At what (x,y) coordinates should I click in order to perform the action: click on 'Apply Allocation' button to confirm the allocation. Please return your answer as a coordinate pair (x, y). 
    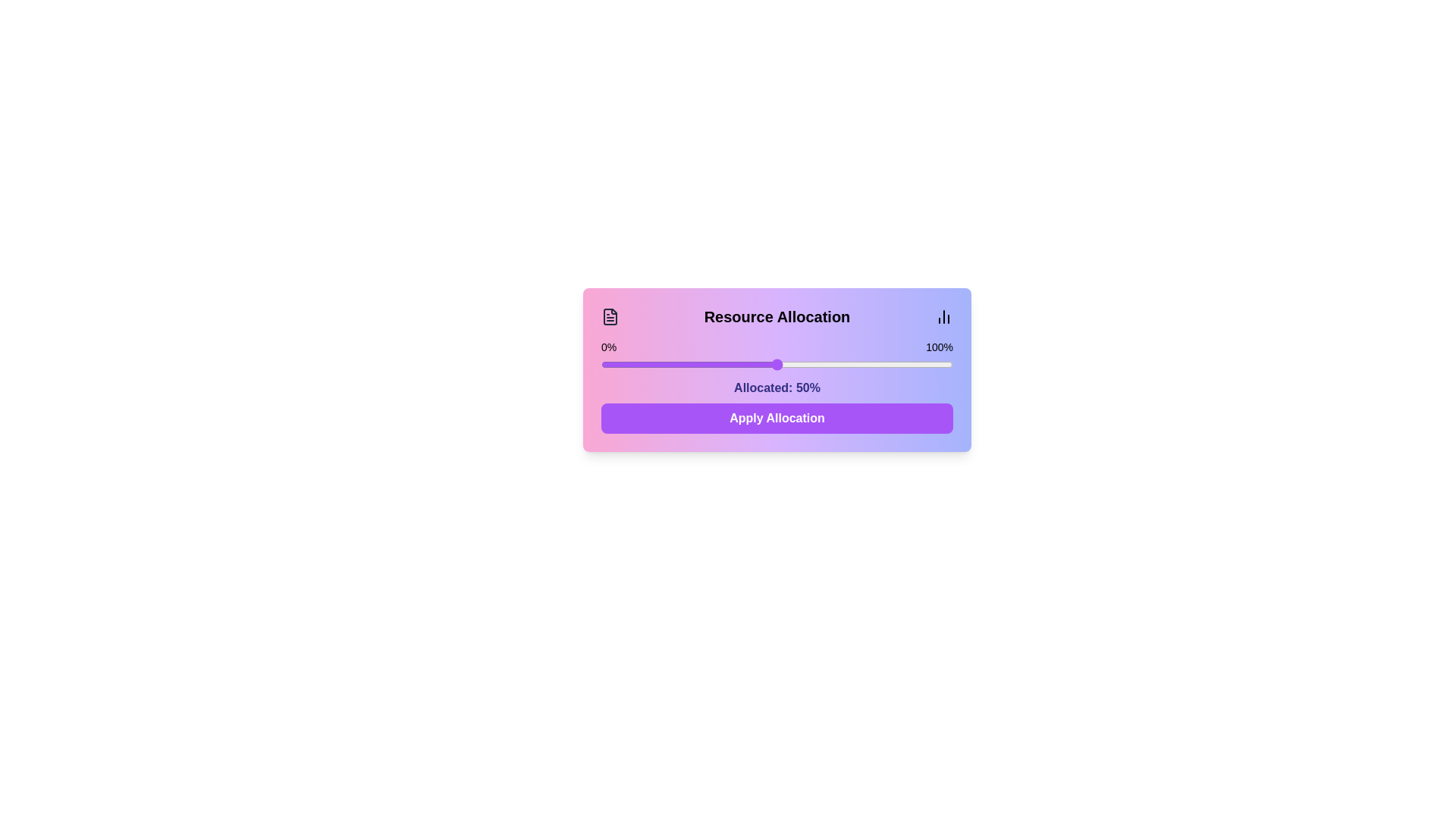
    Looking at the image, I should click on (777, 418).